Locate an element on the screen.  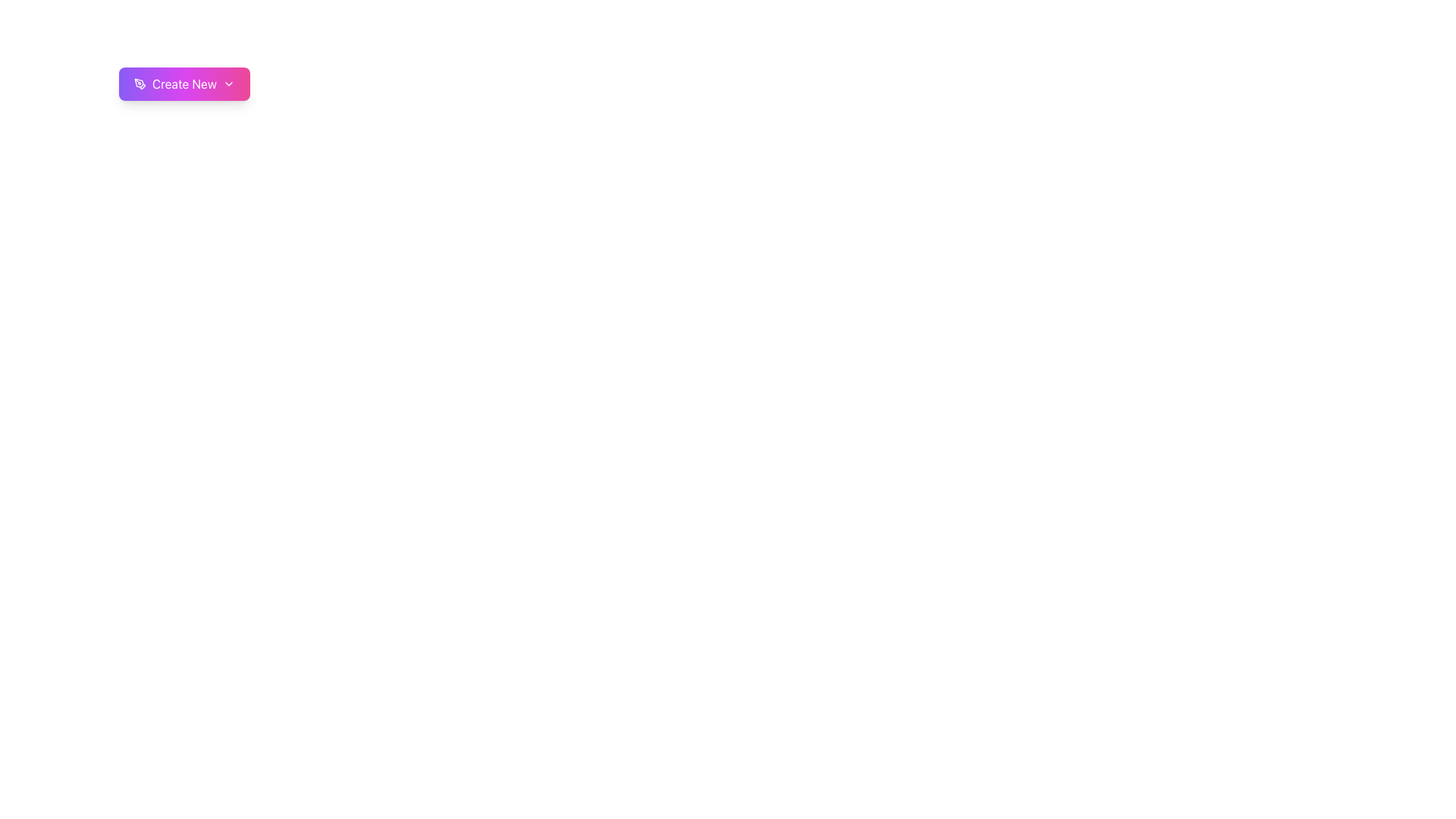
the pen tool icon located to the immediate left of the 'Create New' text is located at coordinates (140, 84).